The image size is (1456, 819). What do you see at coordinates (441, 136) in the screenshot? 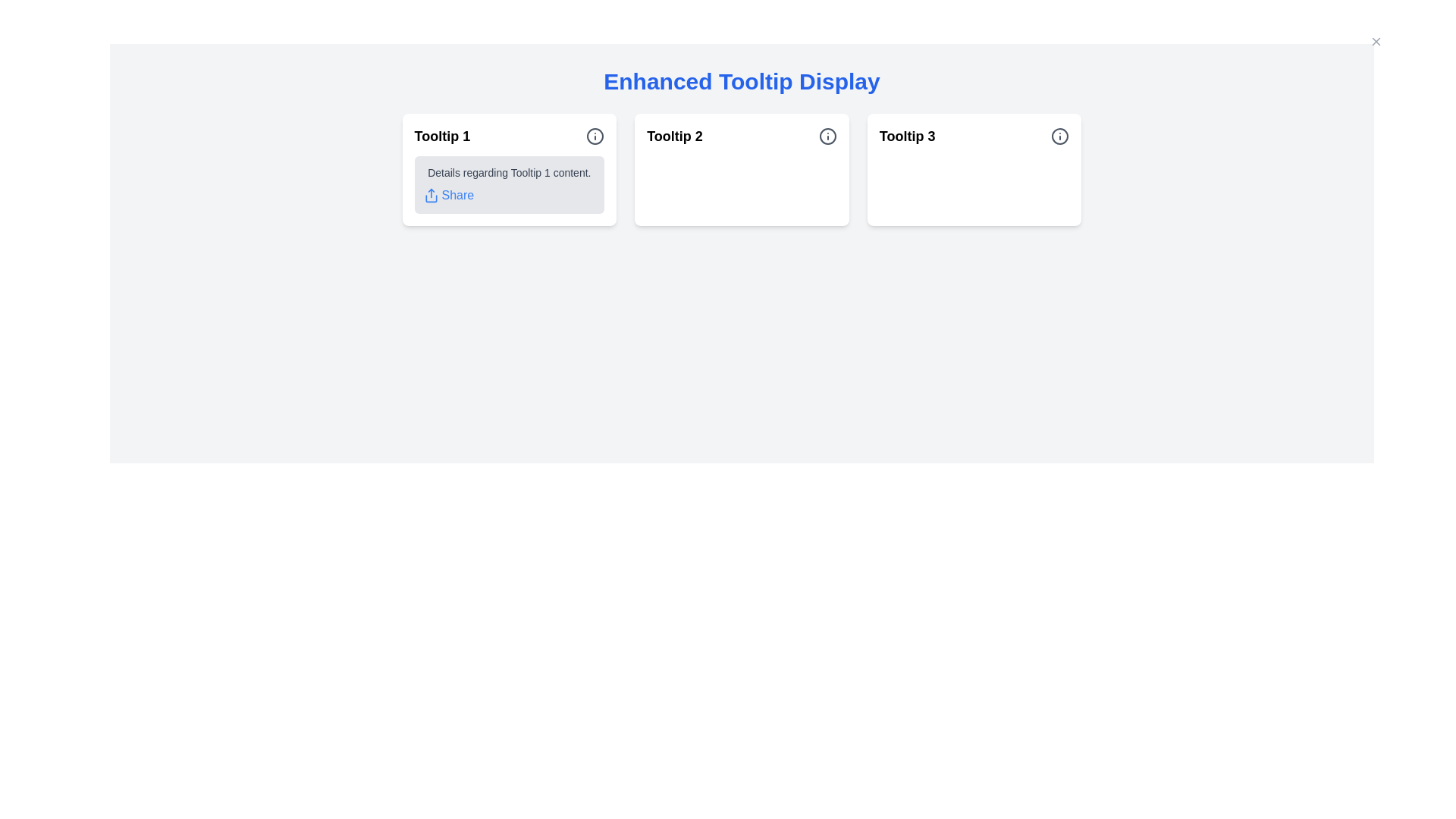
I see `the Text Label located at the top-left of the first card in the layout` at bounding box center [441, 136].